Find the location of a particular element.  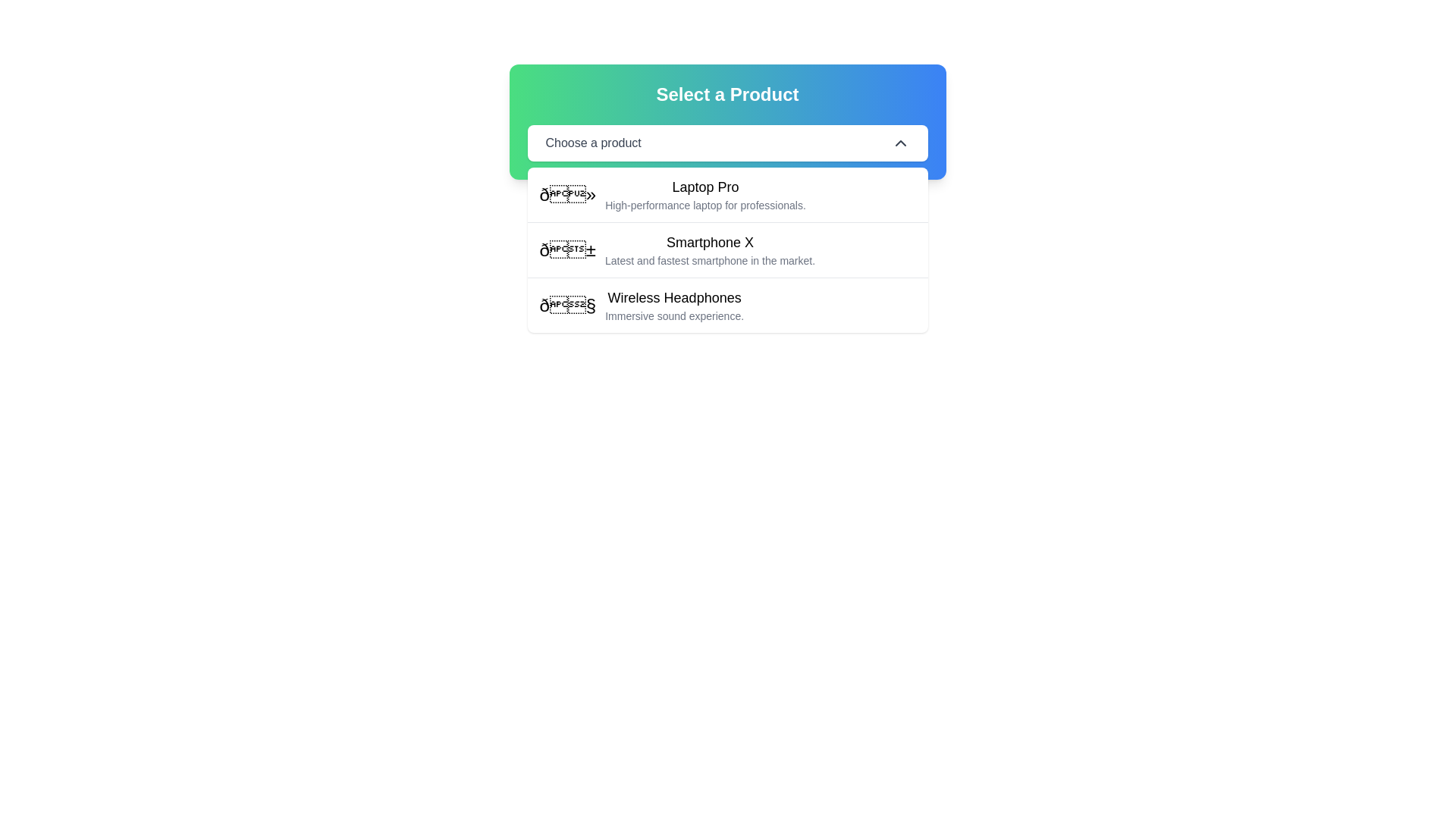

the second item in the dropdown menu is located at coordinates (709, 249).